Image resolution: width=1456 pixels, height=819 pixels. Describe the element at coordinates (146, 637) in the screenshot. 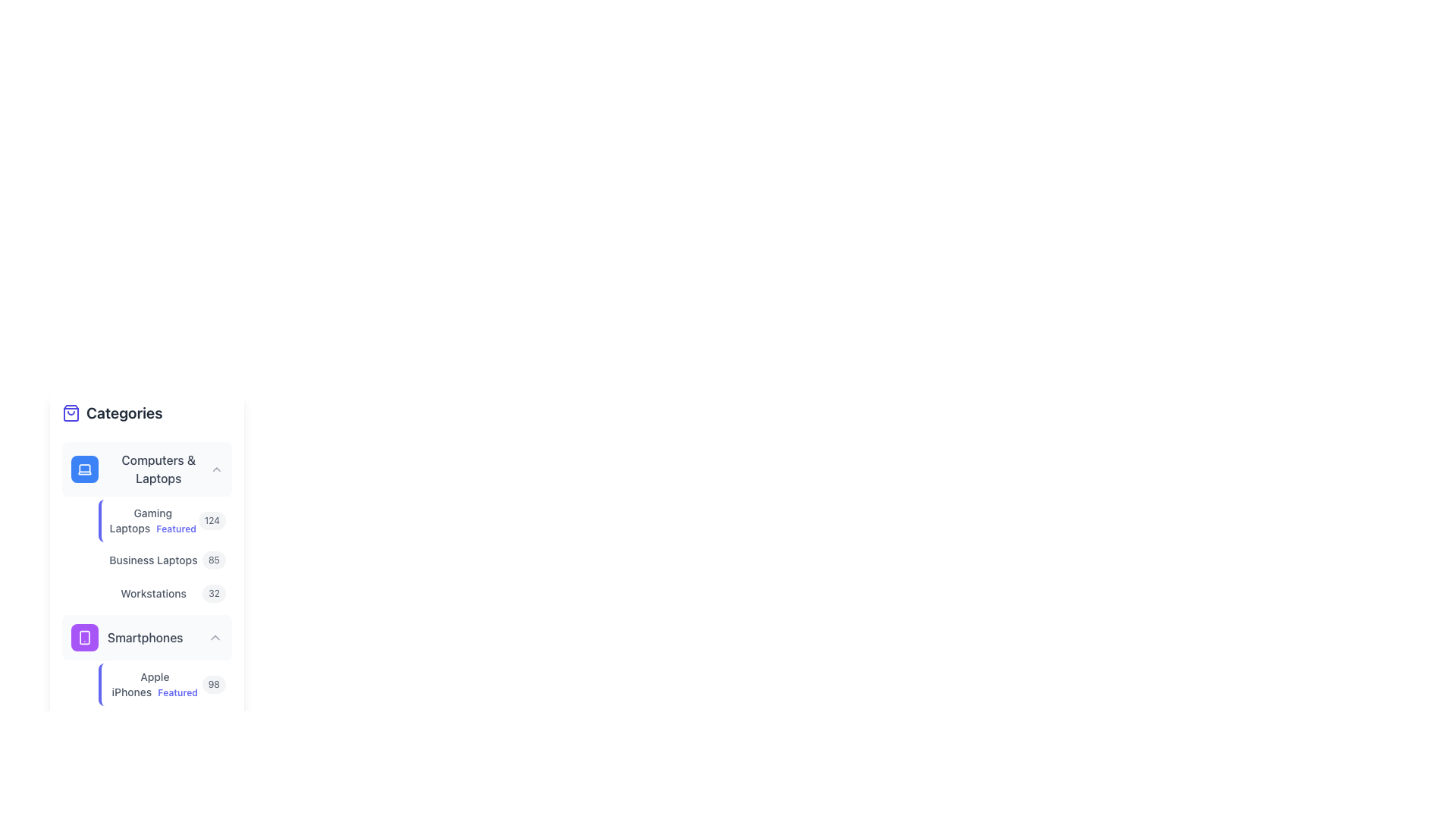

I see `the chevron-down icon of the 'Smartphones' category in the collapsible navigation menu` at that location.